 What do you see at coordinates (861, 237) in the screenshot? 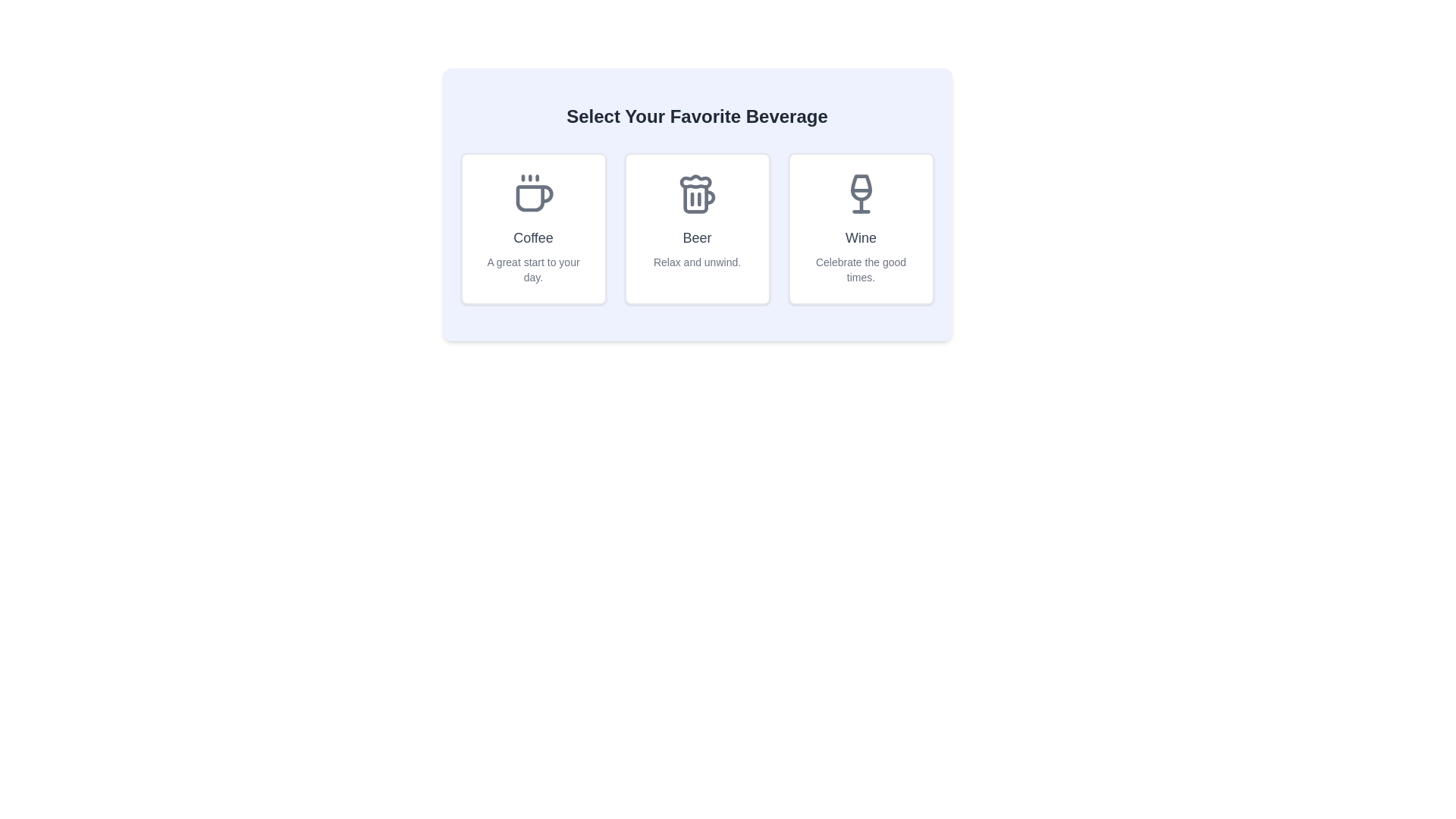
I see `the text label reading 'Wine', which is styled with a large font-size and positioned within a card layout, located beneath a wine glass icon` at bounding box center [861, 237].